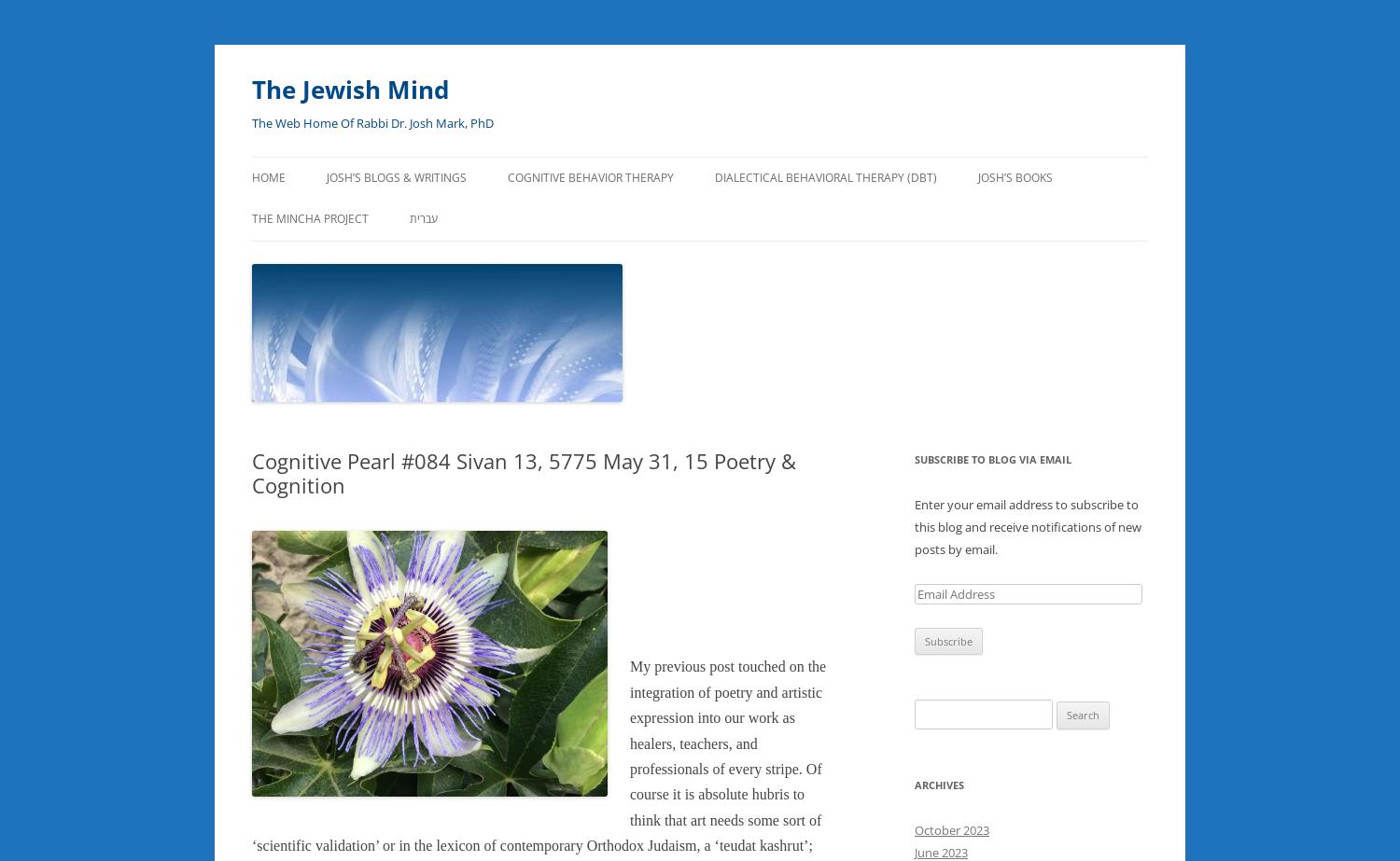 The width and height of the screenshot is (1400, 861). What do you see at coordinates (939, 784) in the screenshot?
I see `'Archives'` at bounding box center [939, 784].